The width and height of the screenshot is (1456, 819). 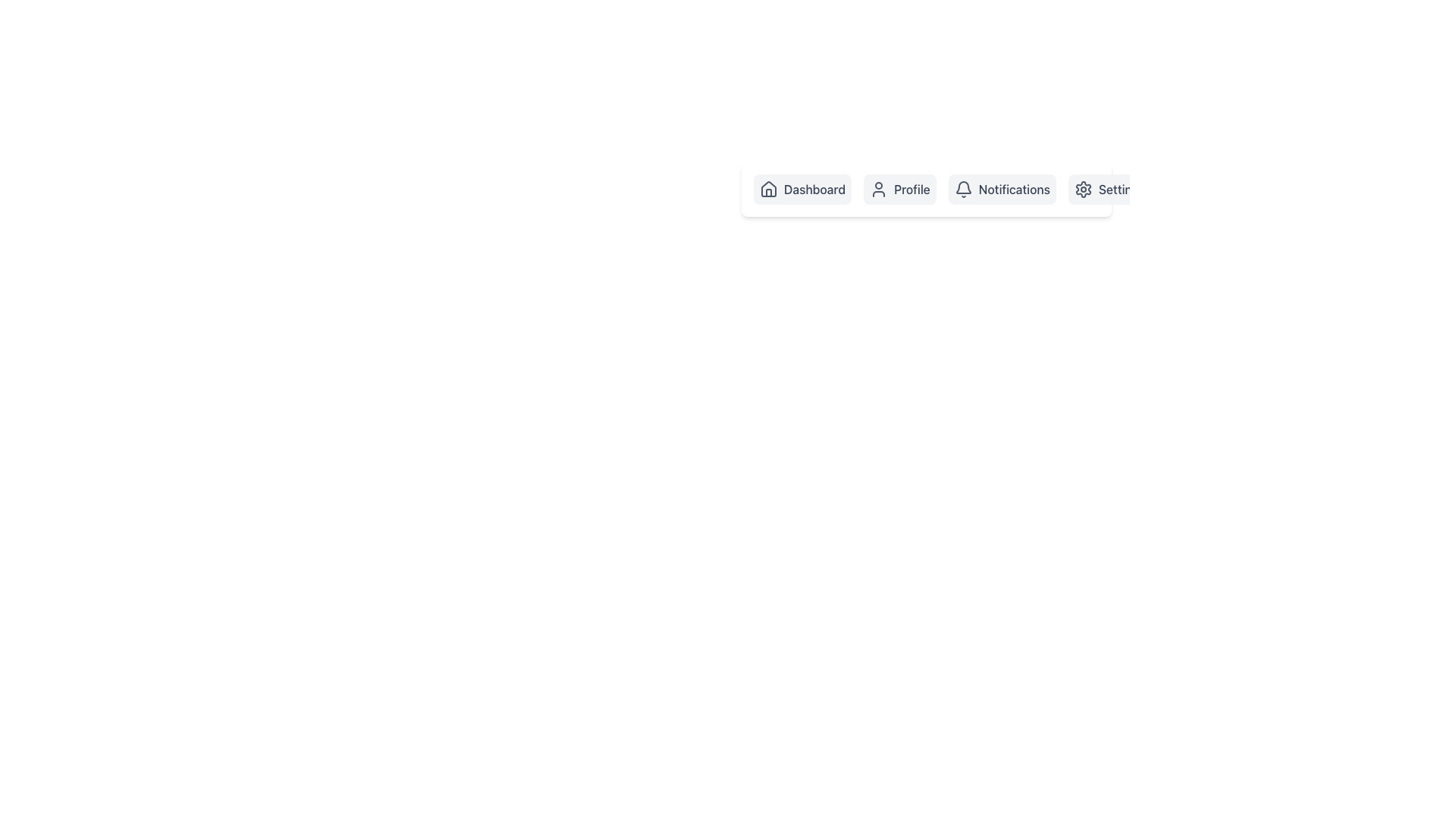 What do you see at coordinates (926, 189) in the screenshot?
I see `the 'Profile' option in the Horizontal Navigation Menu` at bounding box center [926, 189].